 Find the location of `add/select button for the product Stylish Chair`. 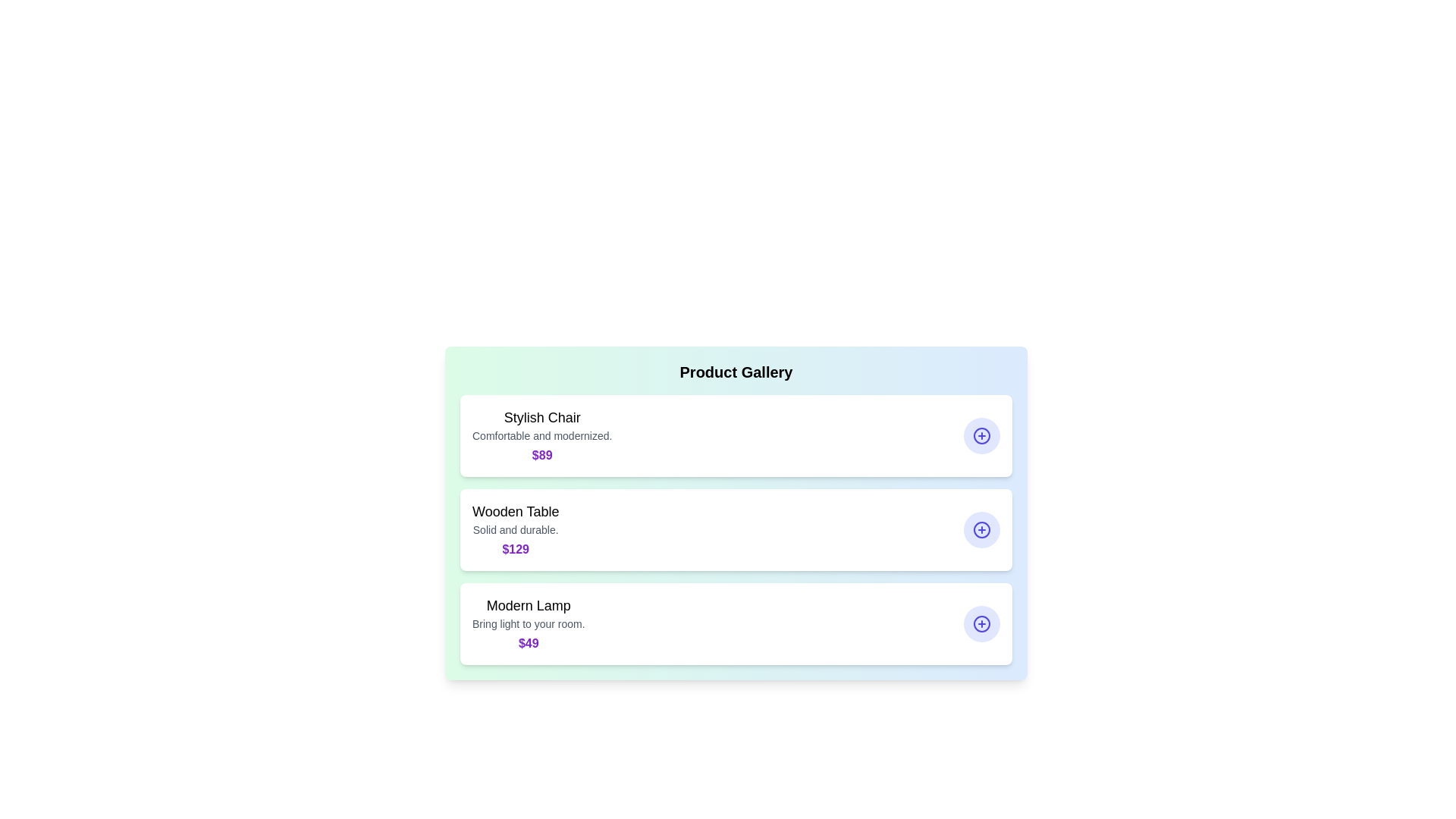

add/select button for the product Stylish Chair is located at coordinates (982, 435).